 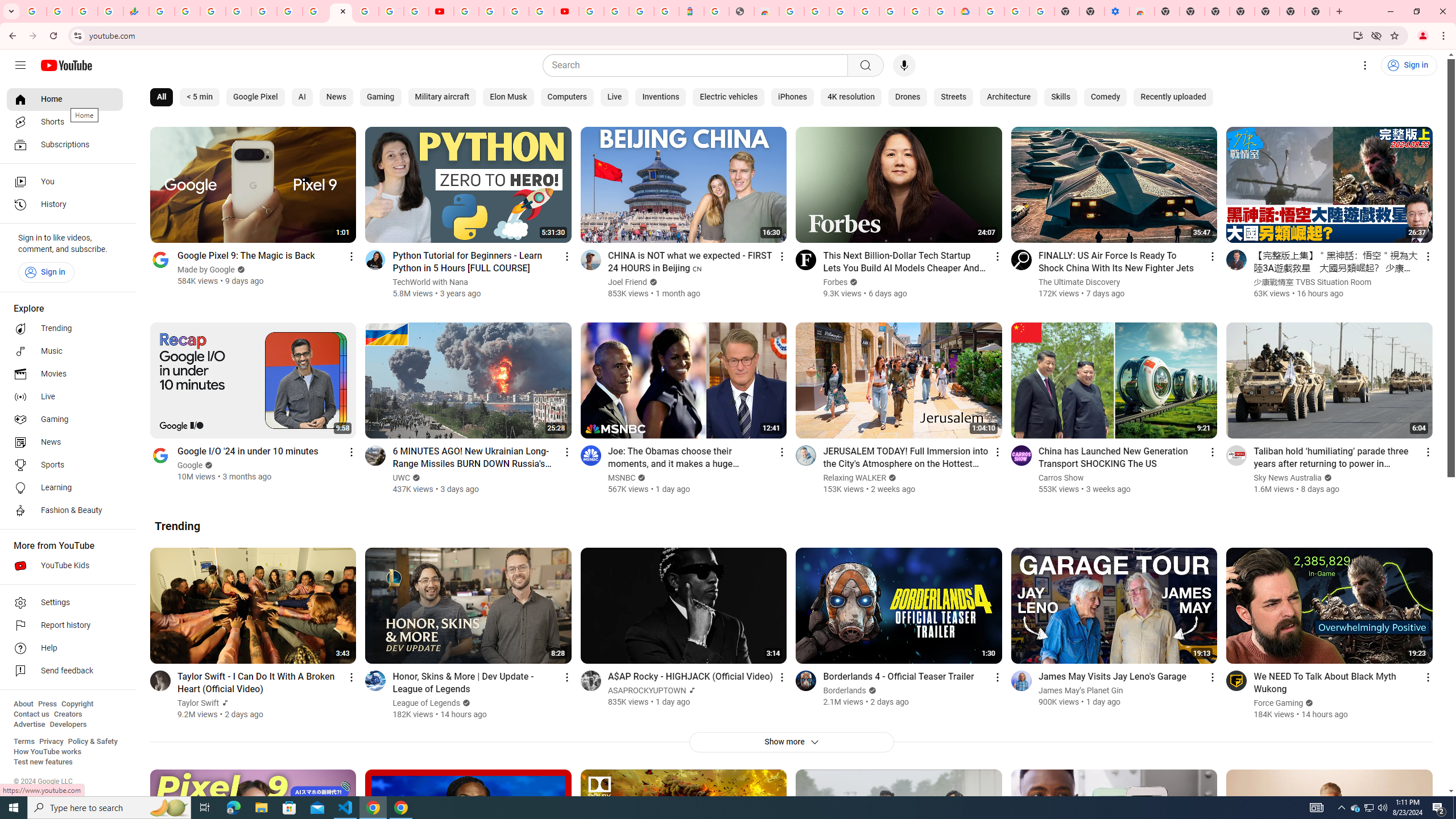 I want to click on 'Creators', so click(x=68, y=714).